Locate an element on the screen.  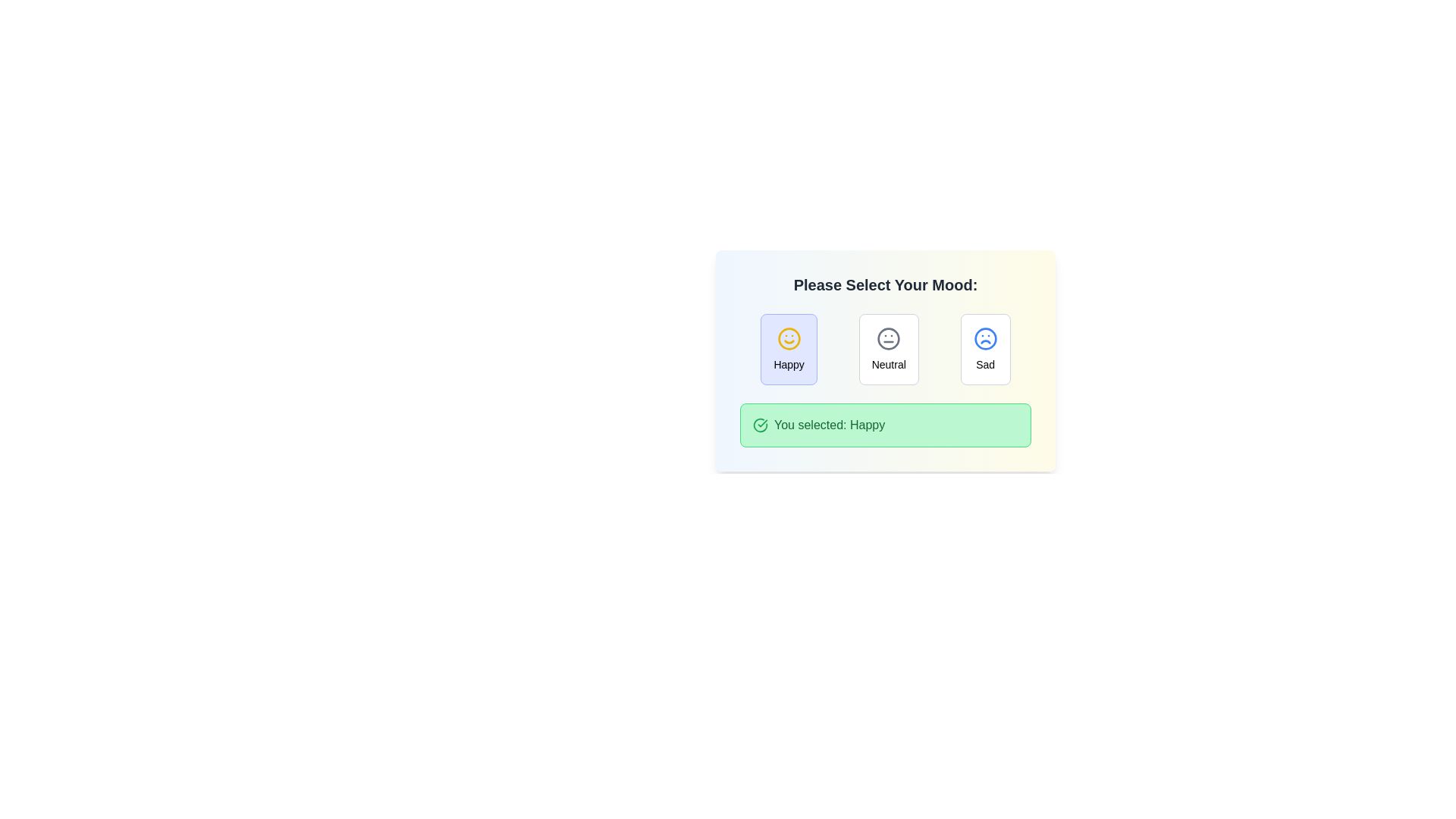
the 'Happy' button, which has a light indigo background, rounded borders, and features a yellow smiley face icon at the top-center with the text 'Happy' below it is located at coordinates (789, 350).